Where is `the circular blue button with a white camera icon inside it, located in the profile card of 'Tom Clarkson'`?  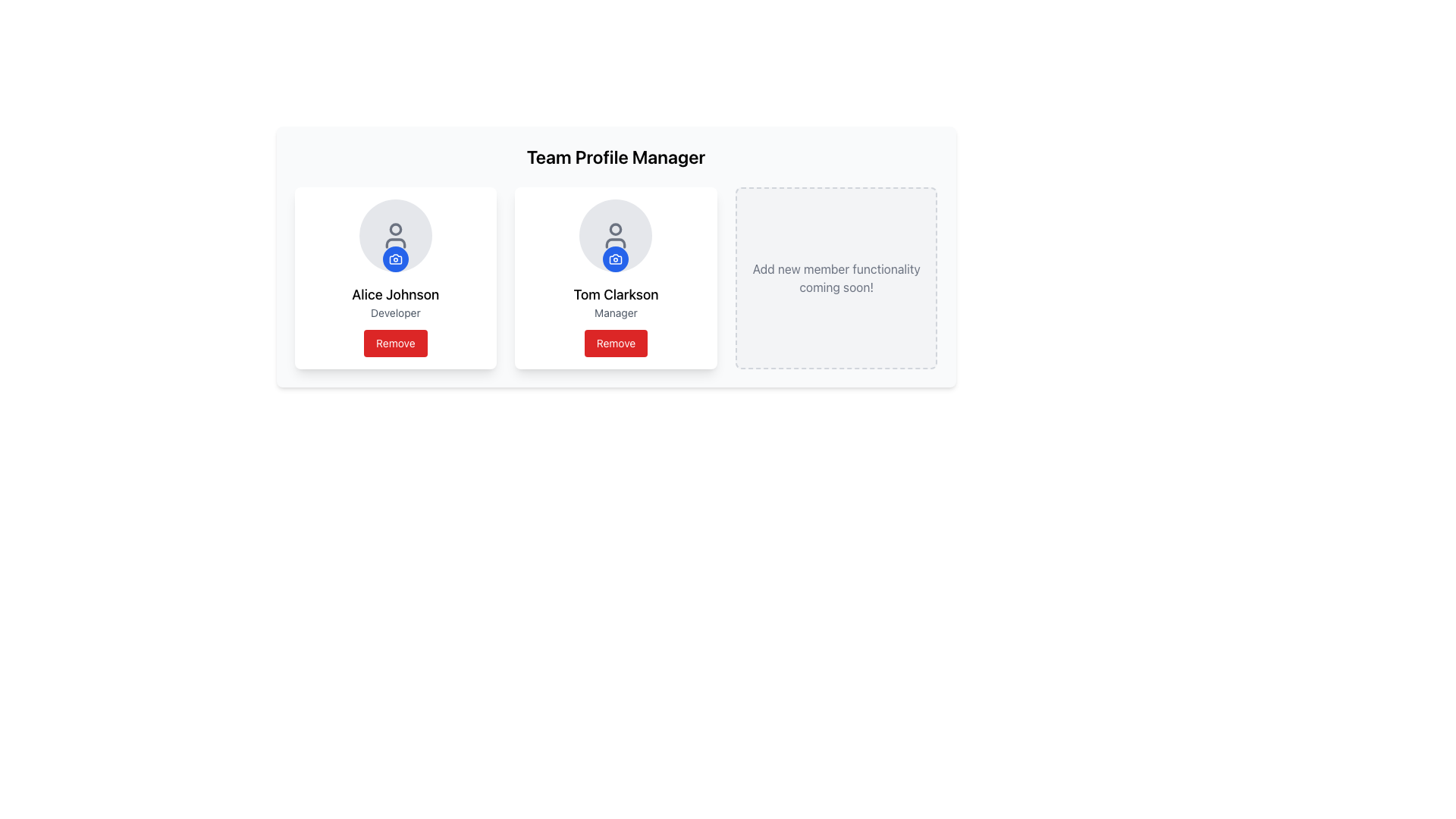
the circular blue button with a white camera icon inside it, located in the profile card of 'Tom Clarkson' is located at coordinates (616, 259).